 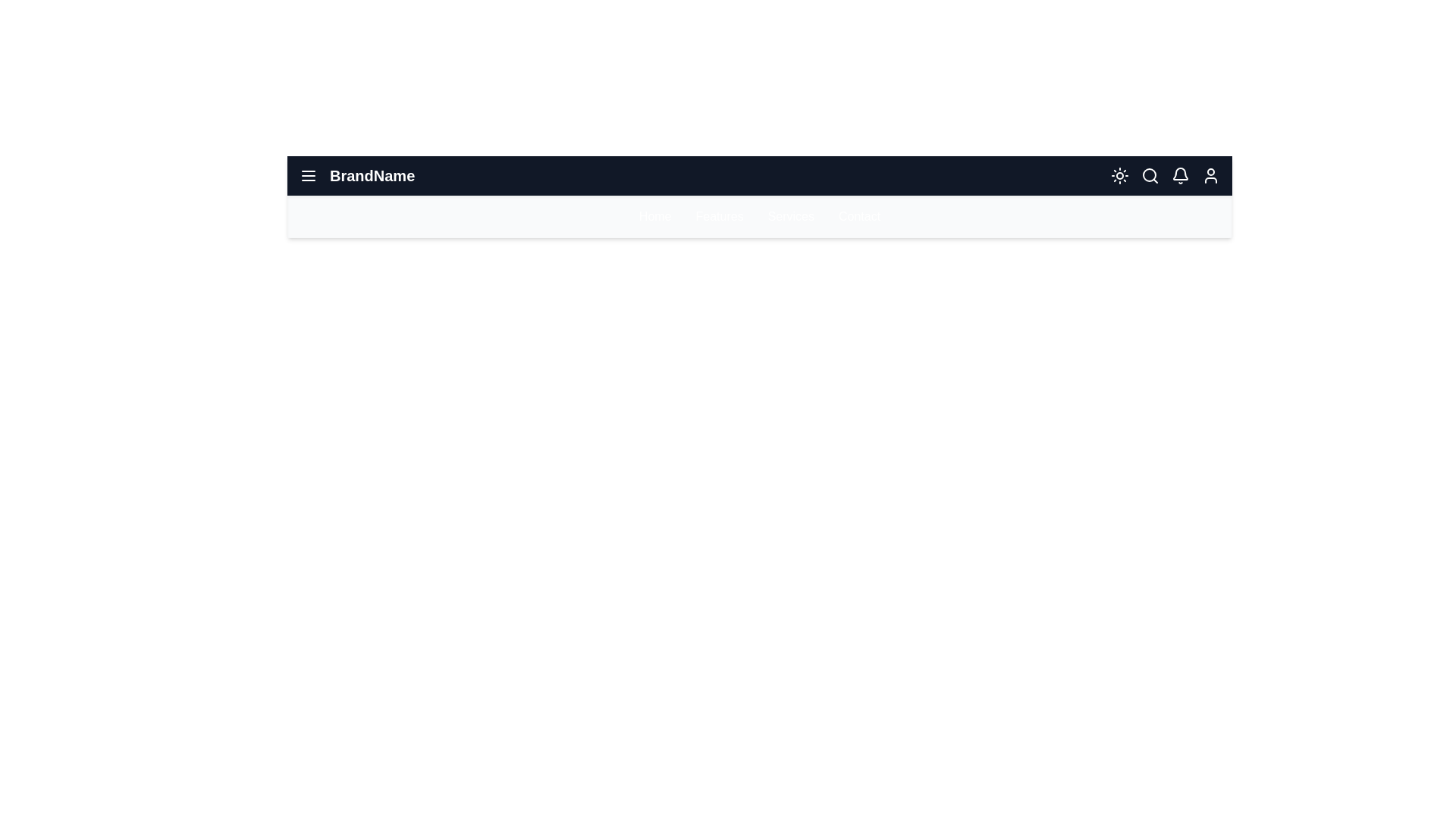 I want to click on the 'Home' navigation link, so click(x=655, y=216).